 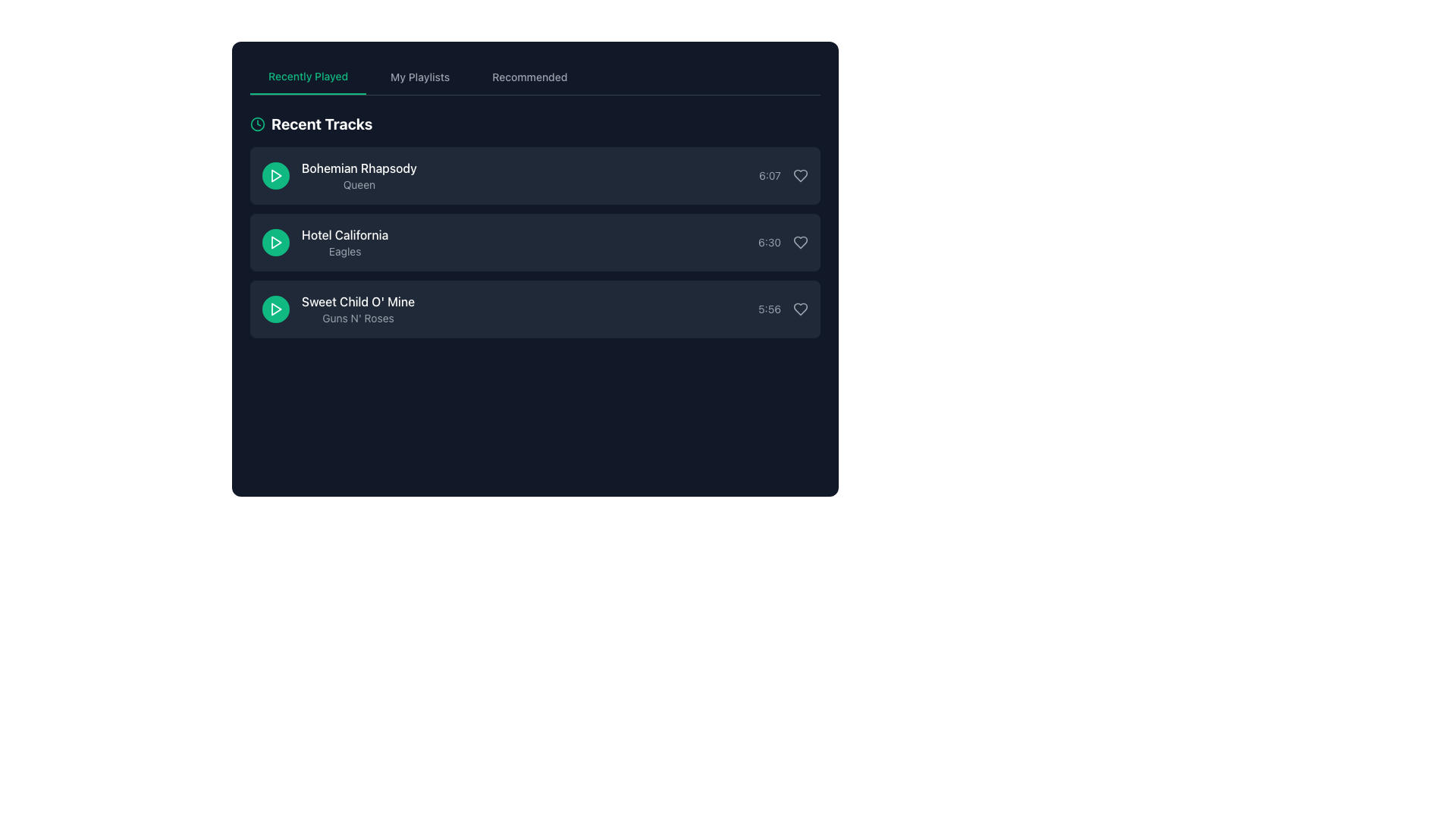 I want to click on the label indicating the artist or creator of the song 'Bohemian Rhapsody', which is located directly beneath the song title in the 'Recent Tracks' section, so click(x=358, y=184).